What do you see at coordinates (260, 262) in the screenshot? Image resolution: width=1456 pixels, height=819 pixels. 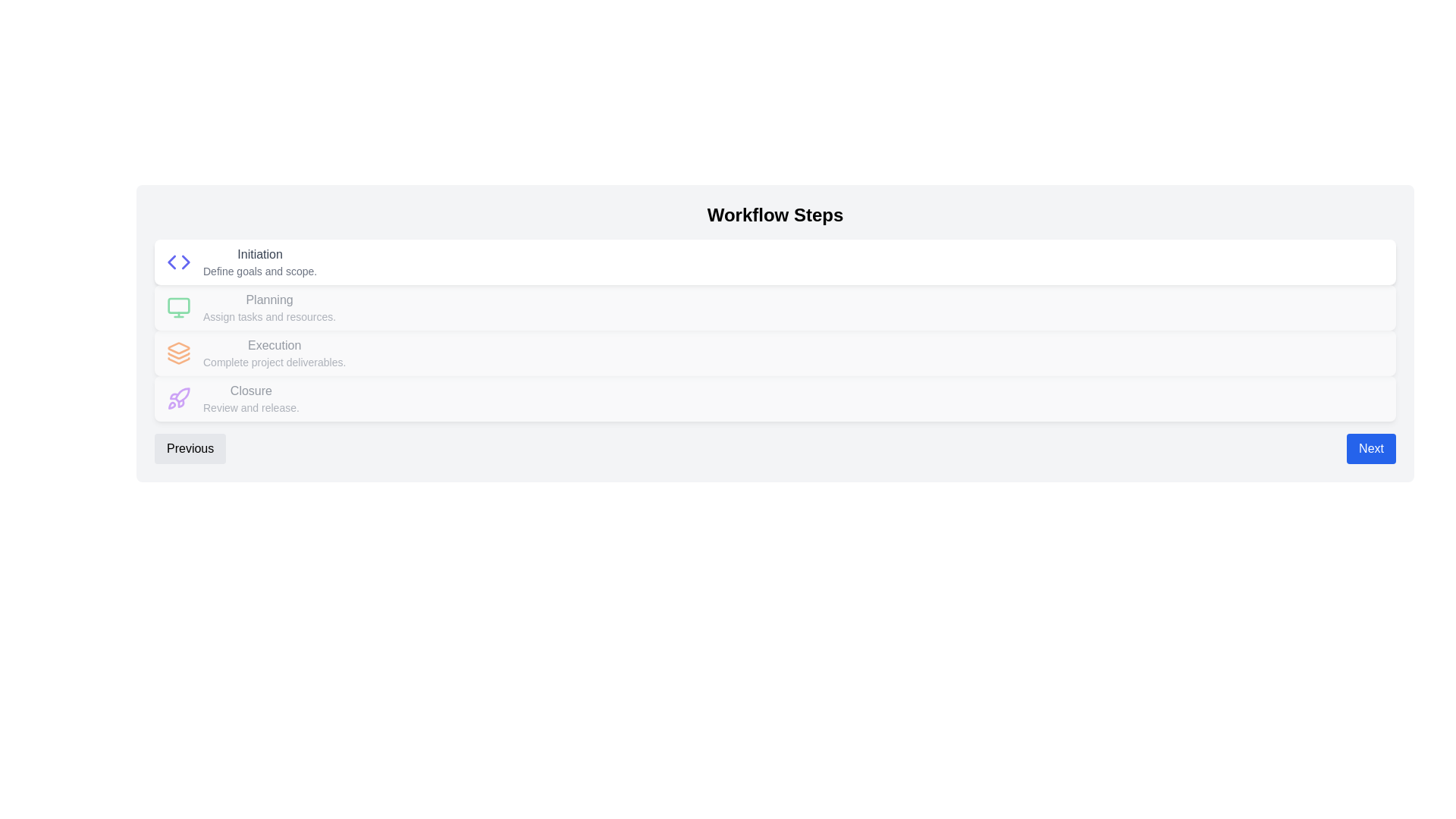 I see `the Informational Text Block labeled 'Initiation' which contains the text 'Define goals and scope.'` at bounding box center [260, 262].